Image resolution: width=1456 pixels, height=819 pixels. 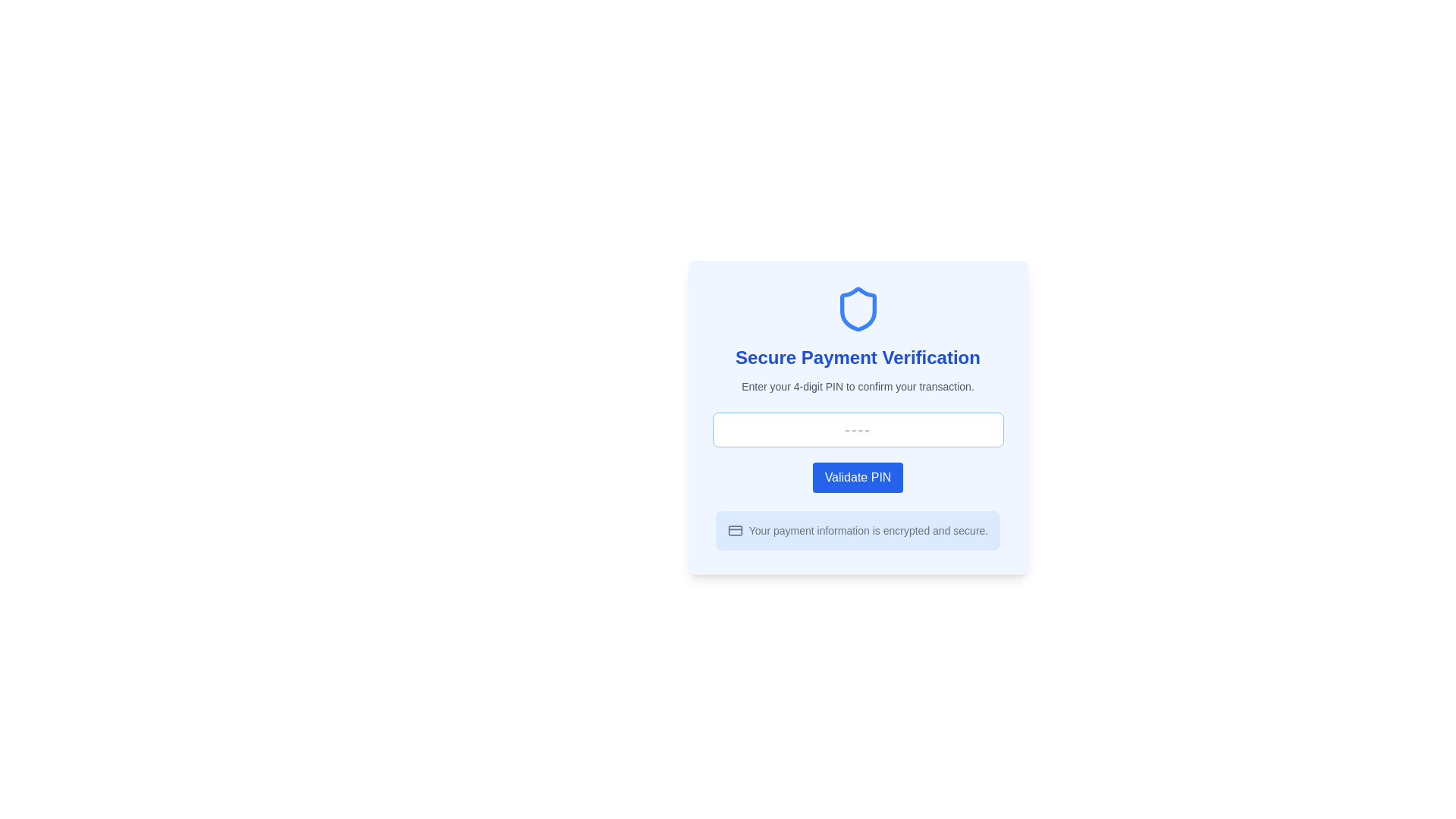 What do you see at coordinates (858, 385) in the screenshot?
I see `the text label that instructs the user to enter a 4-digit PIN for transaction confirmation, positioned below the title 'Secure Payment Verification'` at bounding box center [858, 385].